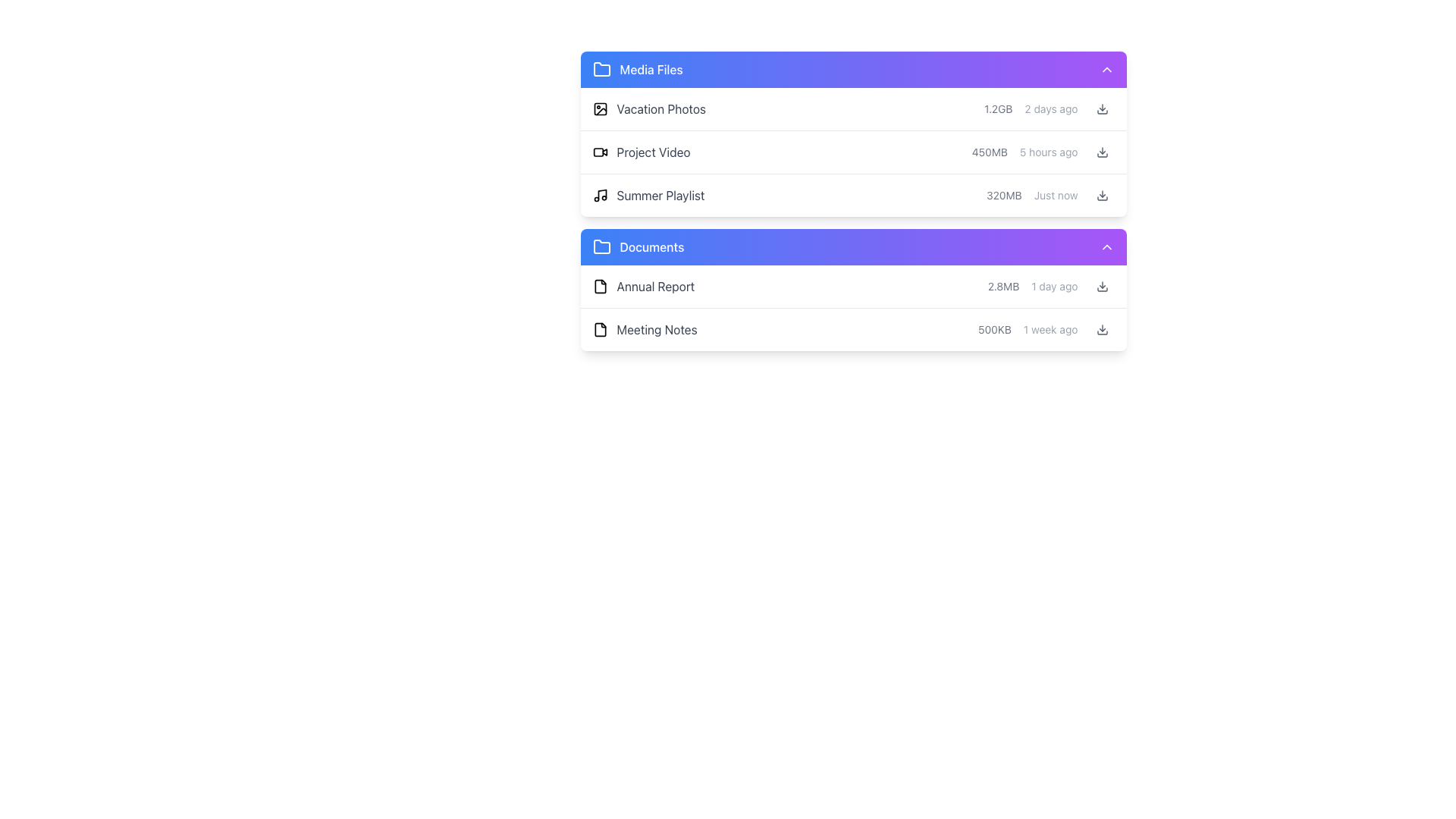 The height and width of the screenshot is (819, 1456). Describe the element at coordinates (641, 152) in the screenshot. I see `the text label 'Project Video' with its associated icon, located in the second row of the 'Media Files' section, between 'Vacation Photos' and 'Summer Playlist'` at that location.